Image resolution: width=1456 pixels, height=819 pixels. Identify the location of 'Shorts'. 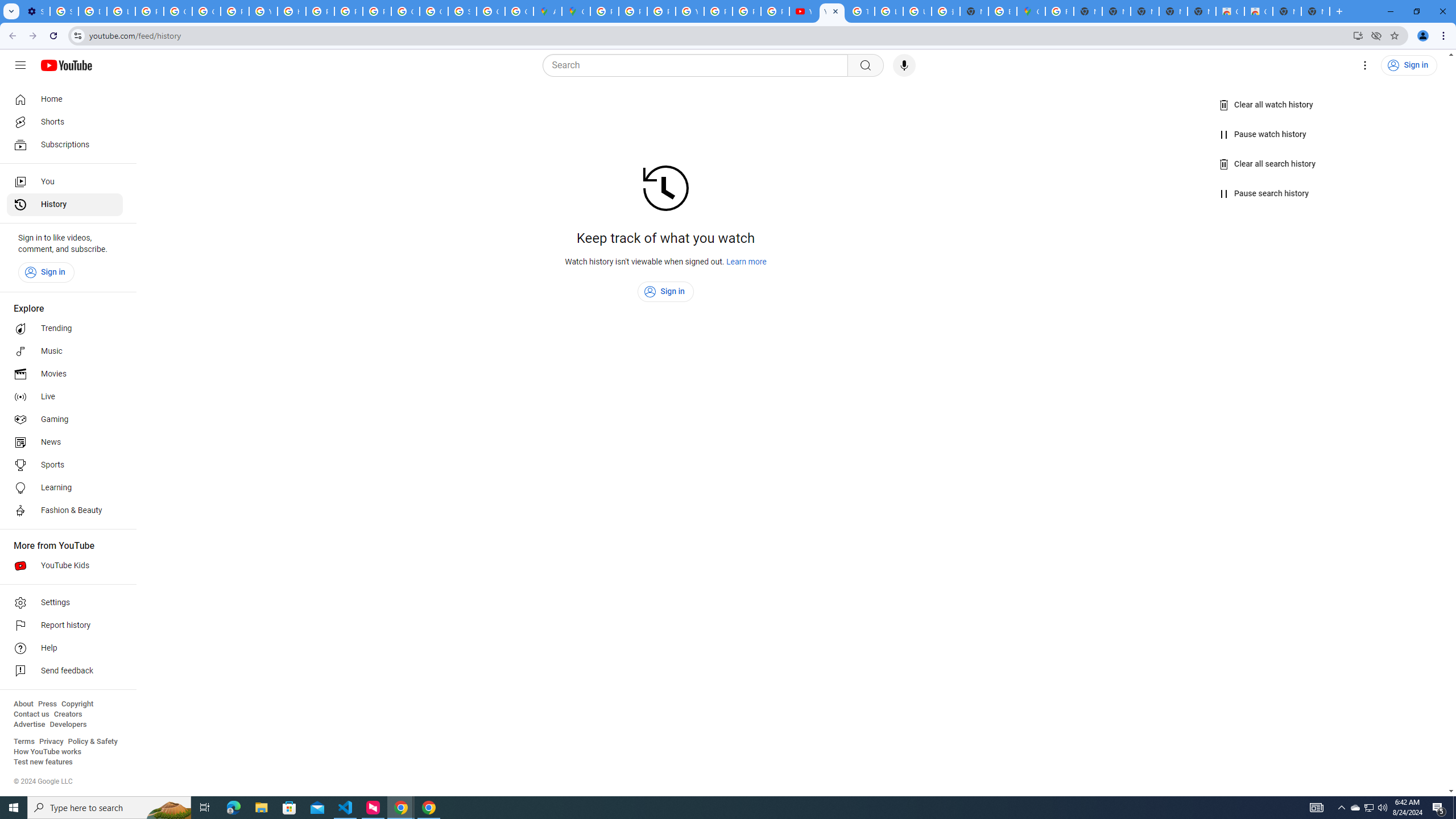
(64, 122).